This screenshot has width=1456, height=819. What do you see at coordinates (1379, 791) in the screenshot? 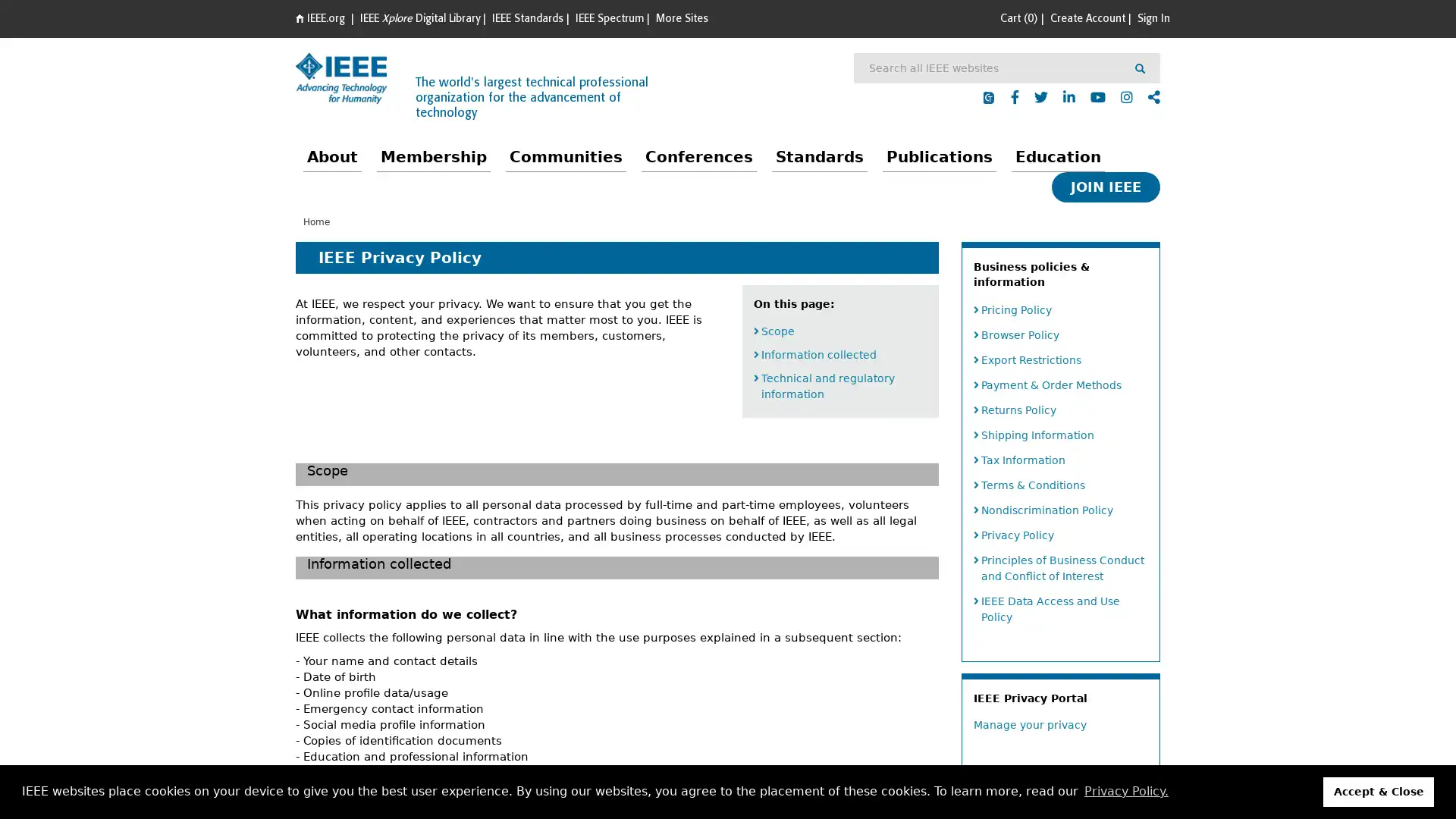
I see `dismiss cookie message` at bounding box center [1379, 791].